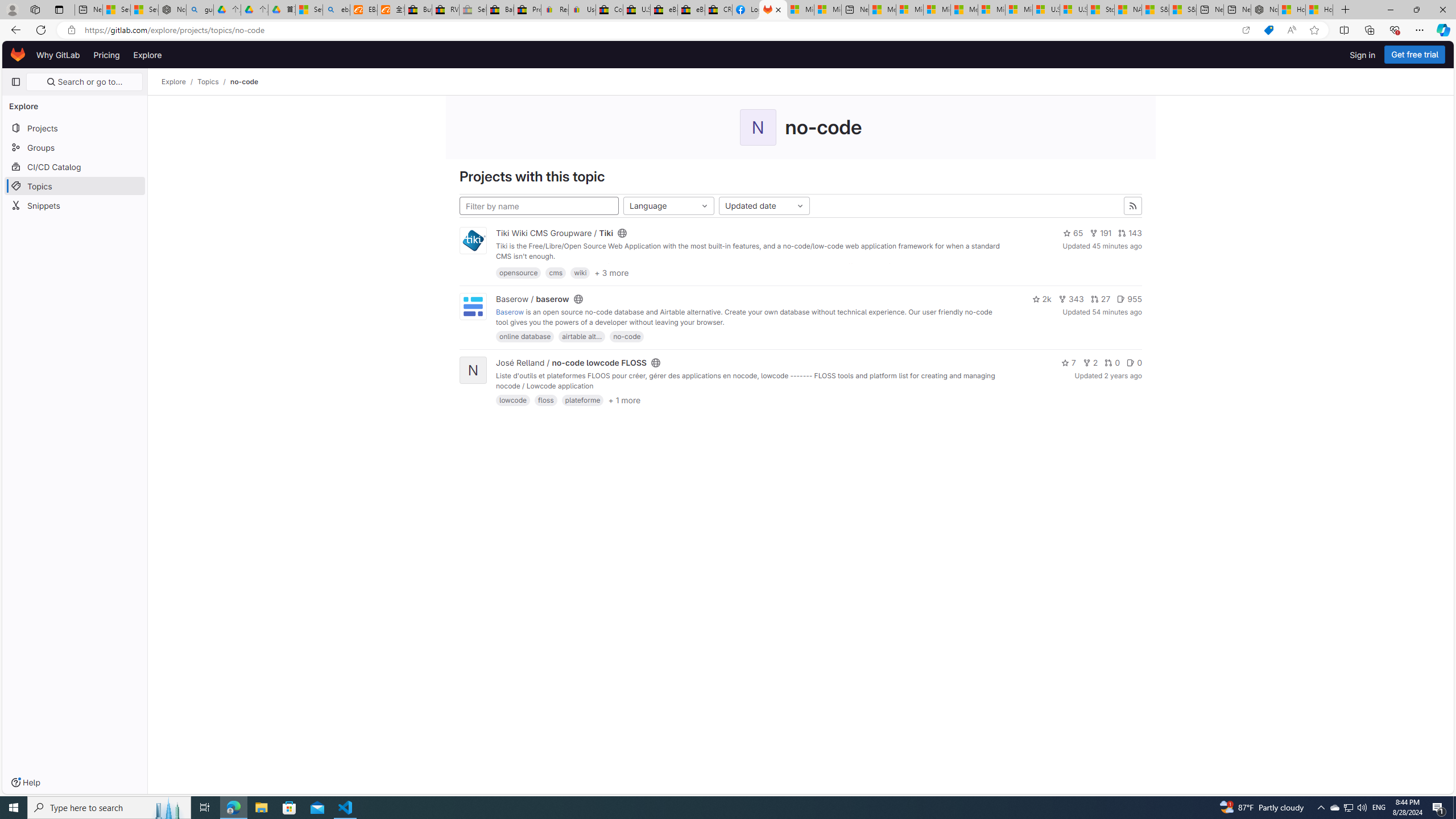 The image size is (1456, 819). Describe the element at coordinates (539, 205) in the screenshot. I see `'Filter by name'` at that location.